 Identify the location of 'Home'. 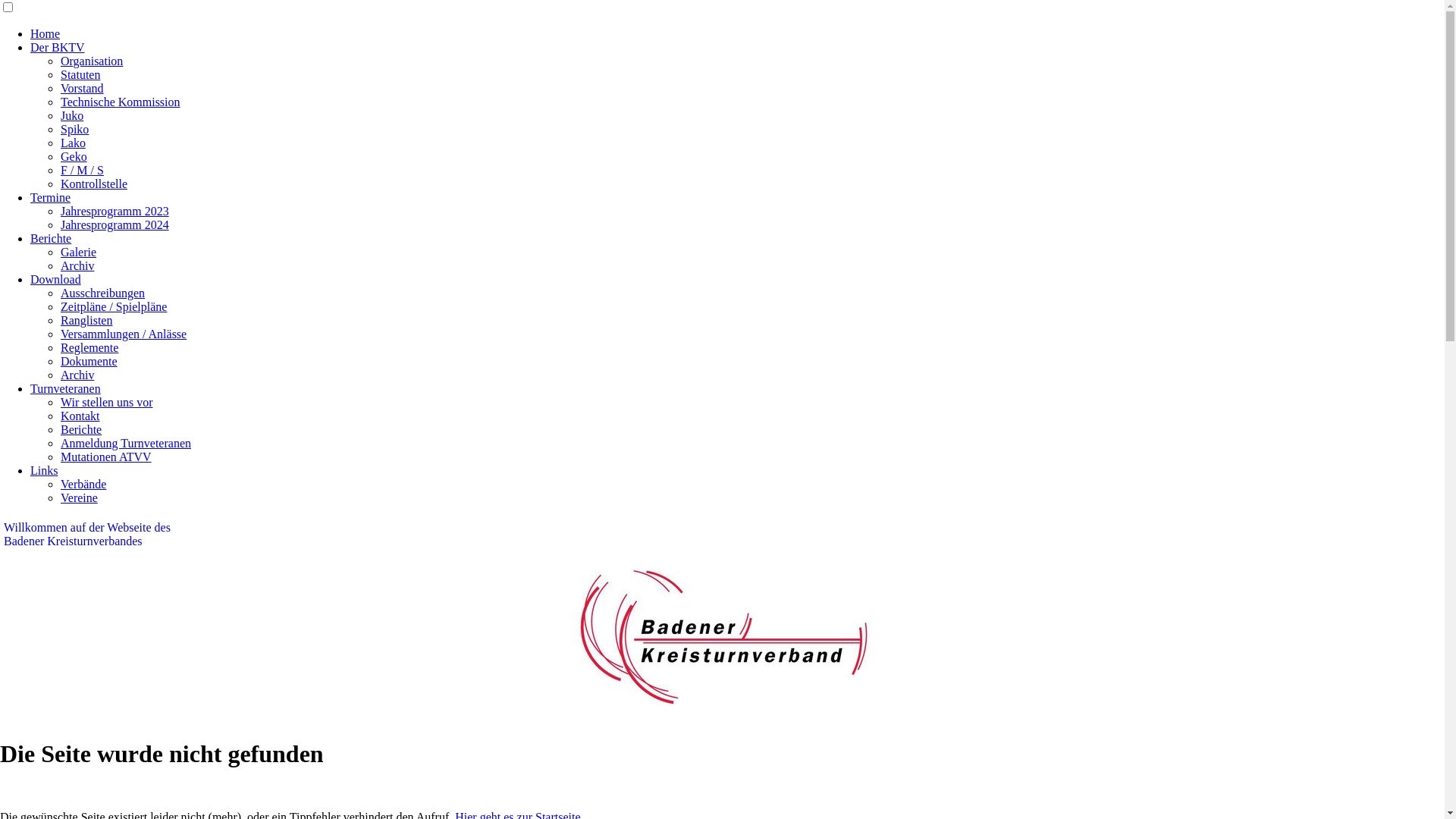
(30, 33).